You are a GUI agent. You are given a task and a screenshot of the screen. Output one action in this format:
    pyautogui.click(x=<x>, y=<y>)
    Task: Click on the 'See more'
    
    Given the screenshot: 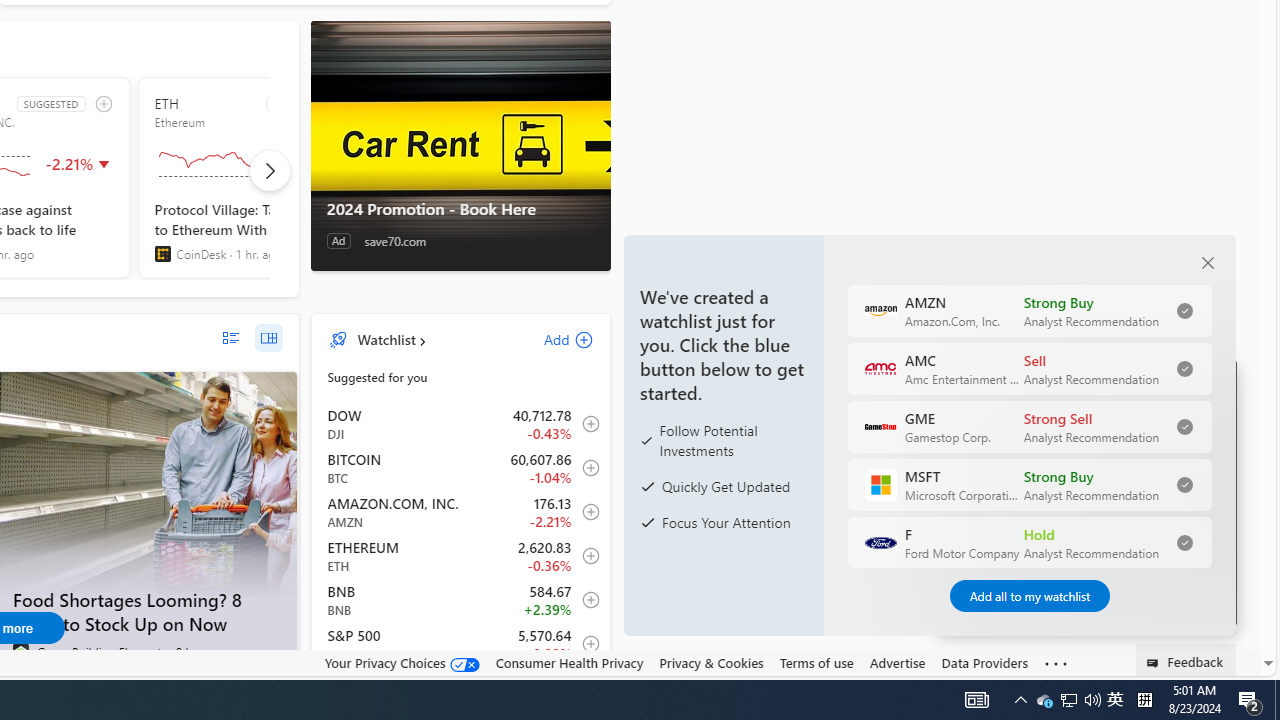 What is the action you would take?
    pyautogui.click(x=1055, y=664)
    